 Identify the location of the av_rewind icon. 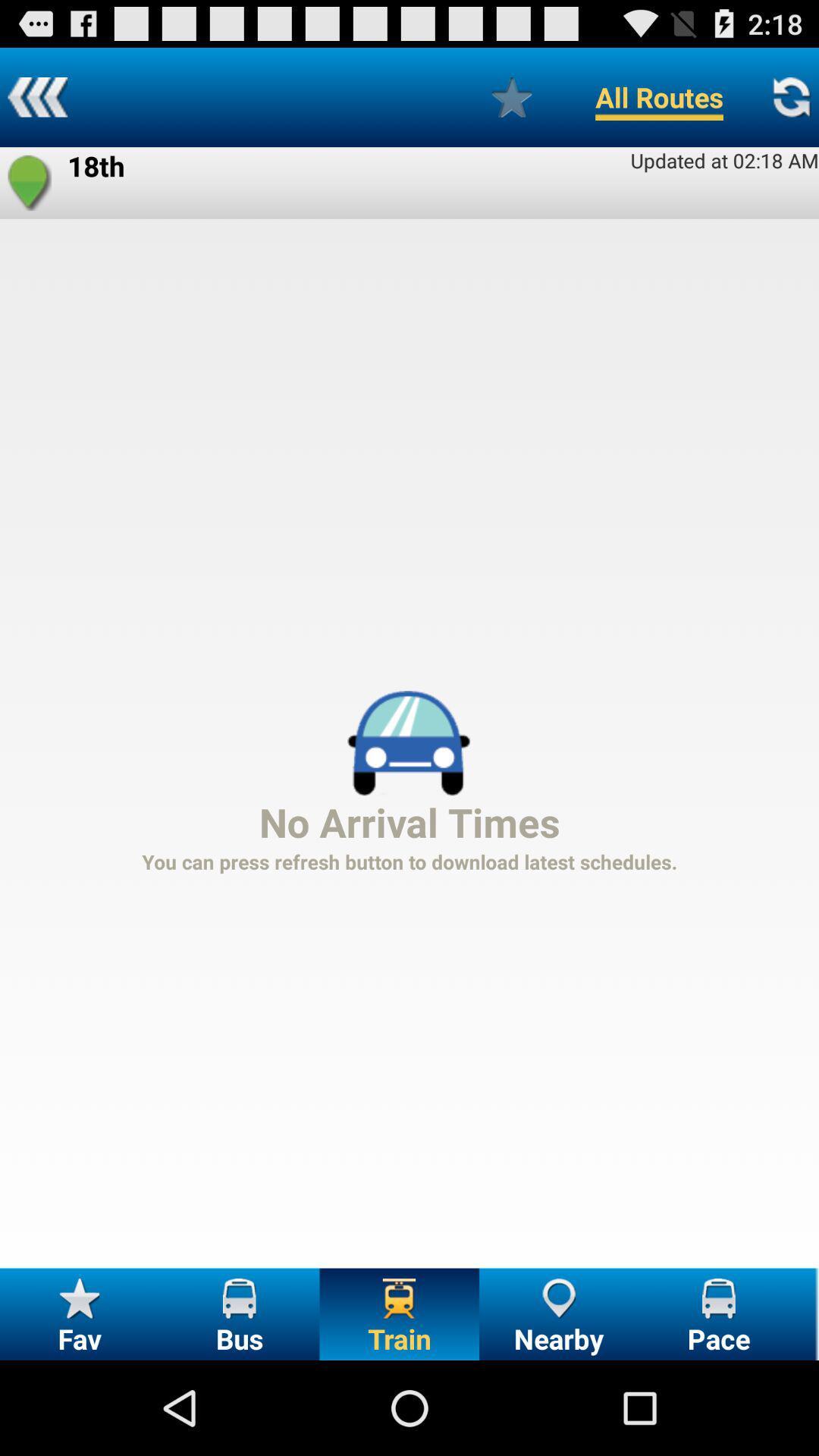
(36, 103).